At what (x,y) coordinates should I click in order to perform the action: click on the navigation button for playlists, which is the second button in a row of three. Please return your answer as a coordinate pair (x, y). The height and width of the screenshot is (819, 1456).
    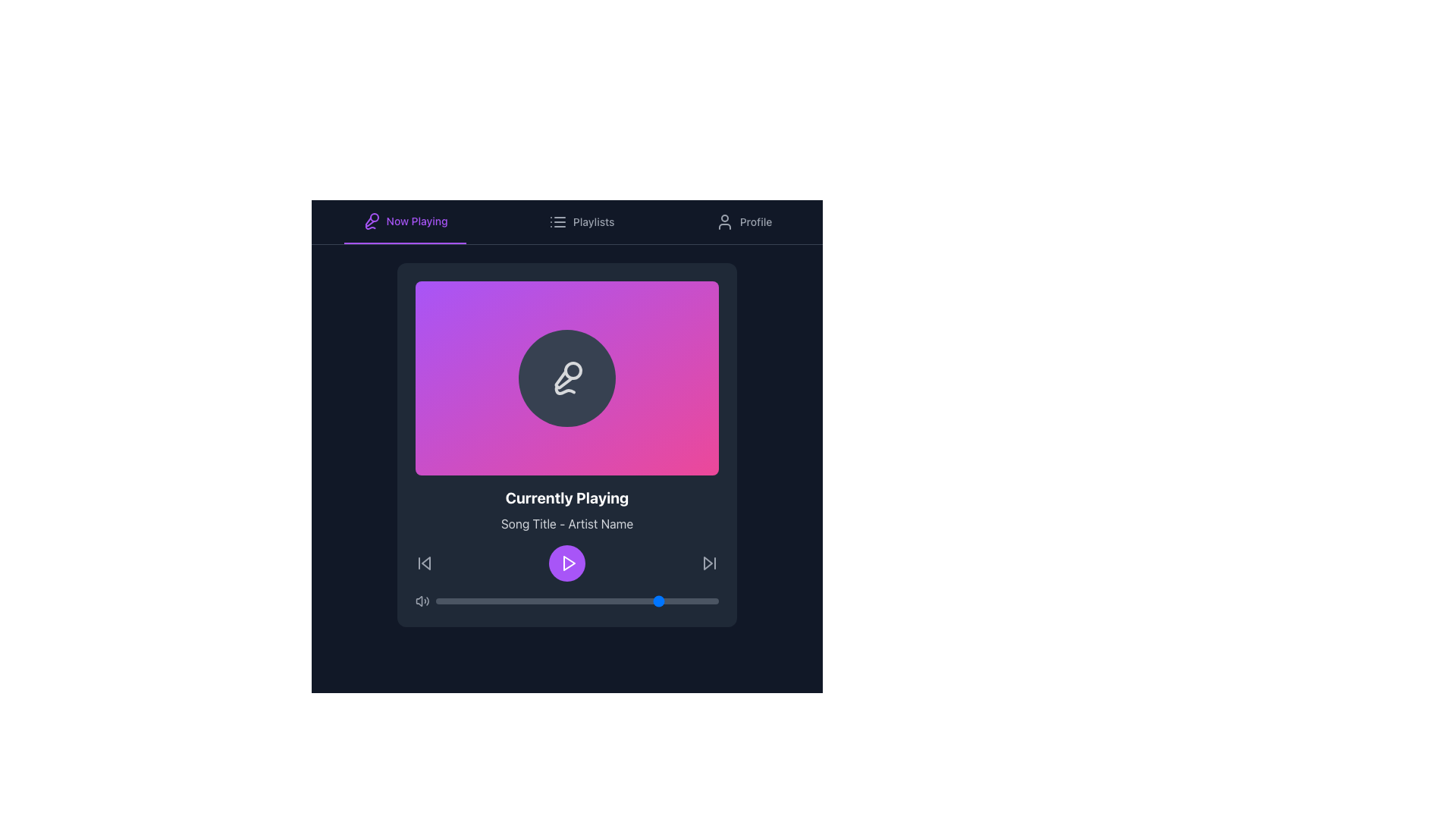
    Looking at the image, I should click on (566, 222).